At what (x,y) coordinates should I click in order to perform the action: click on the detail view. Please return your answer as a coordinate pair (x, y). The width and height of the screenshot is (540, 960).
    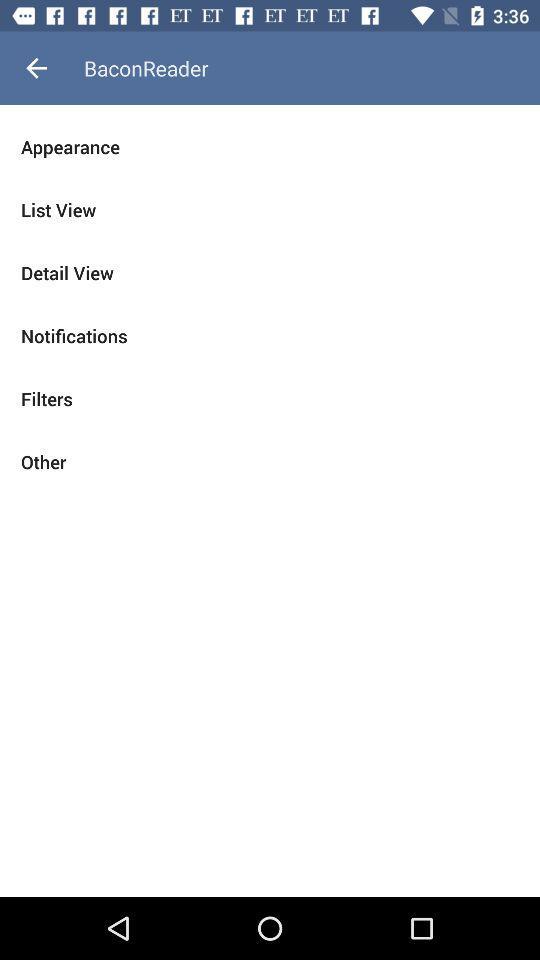
    Looking at the image, I should click on (270, 272).